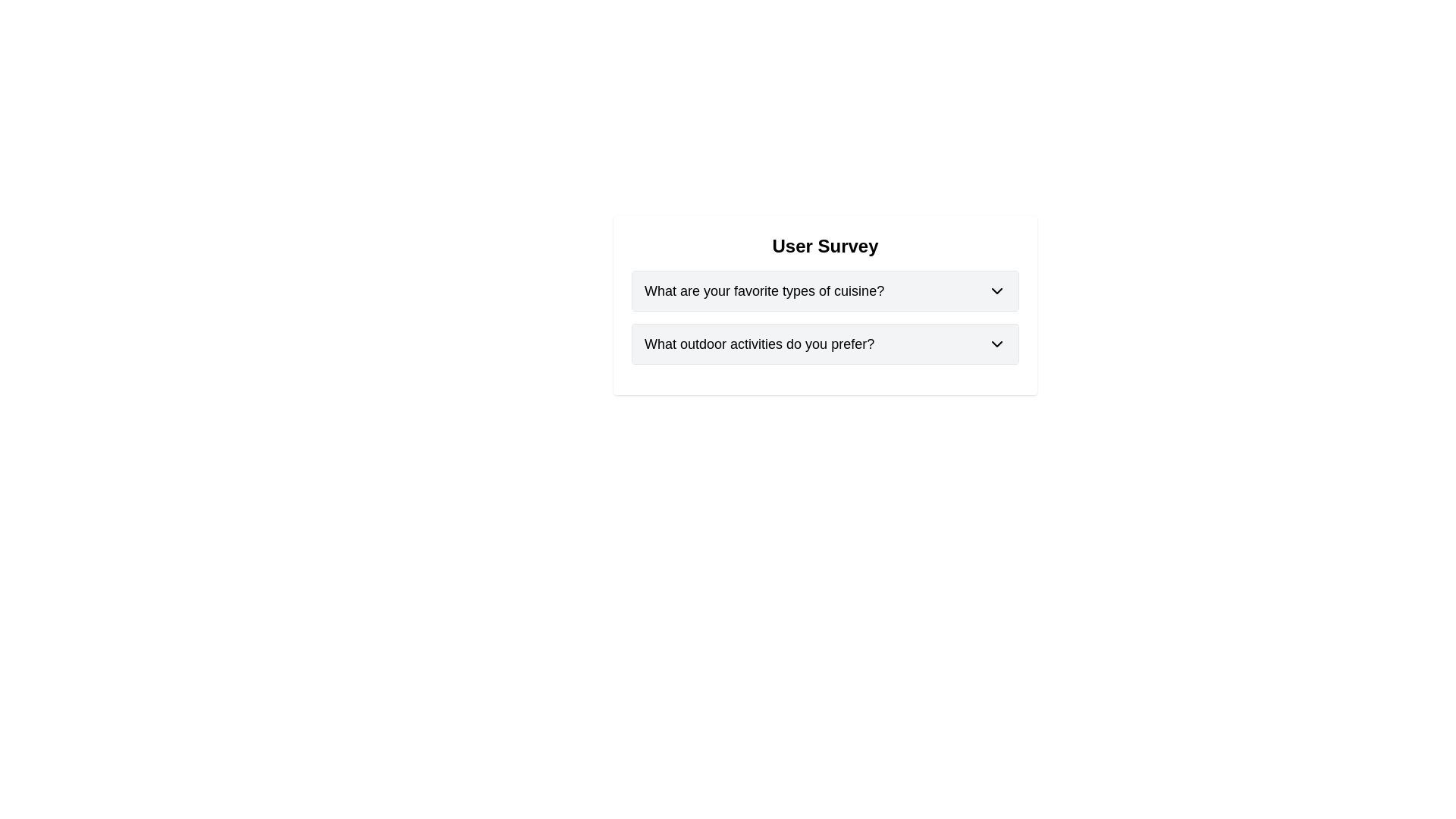 This screenshot has height=819, width=1456. What do you see at coordinates (997, 344) in the screenshot?
I see `the downward chevron icon located to the far right of the question 'What outdoor activities do you prefer?'` at bounding box center [997, 344].